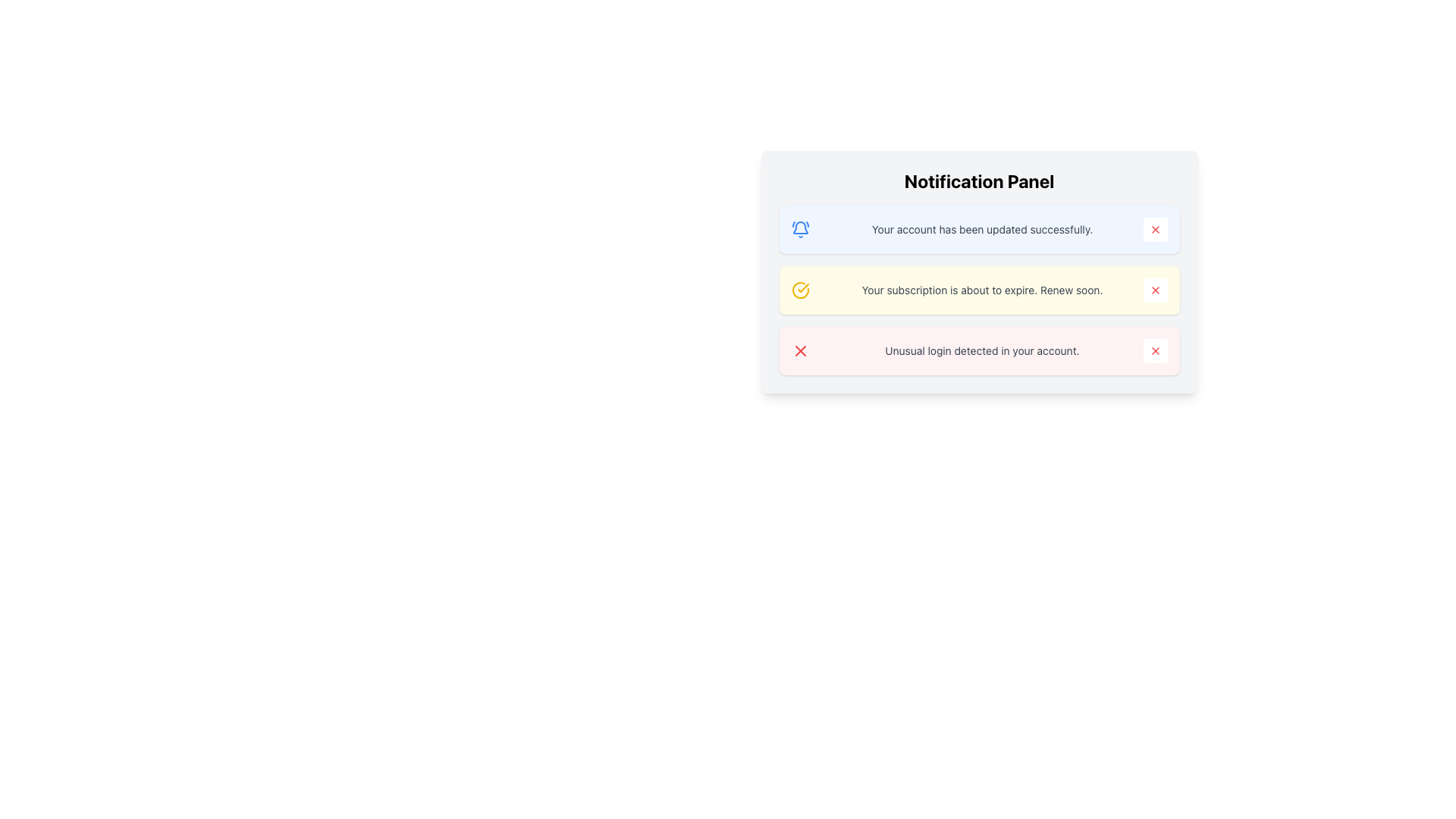 The image size is (1456, 819). What do you see at coordinates (799, 230) in the screenshot?
I see `the decorative bell icon located on the leftmost side of the notification box that indicates the message 'Your account has been updated successfully.'` at bounding box center [799, 230].